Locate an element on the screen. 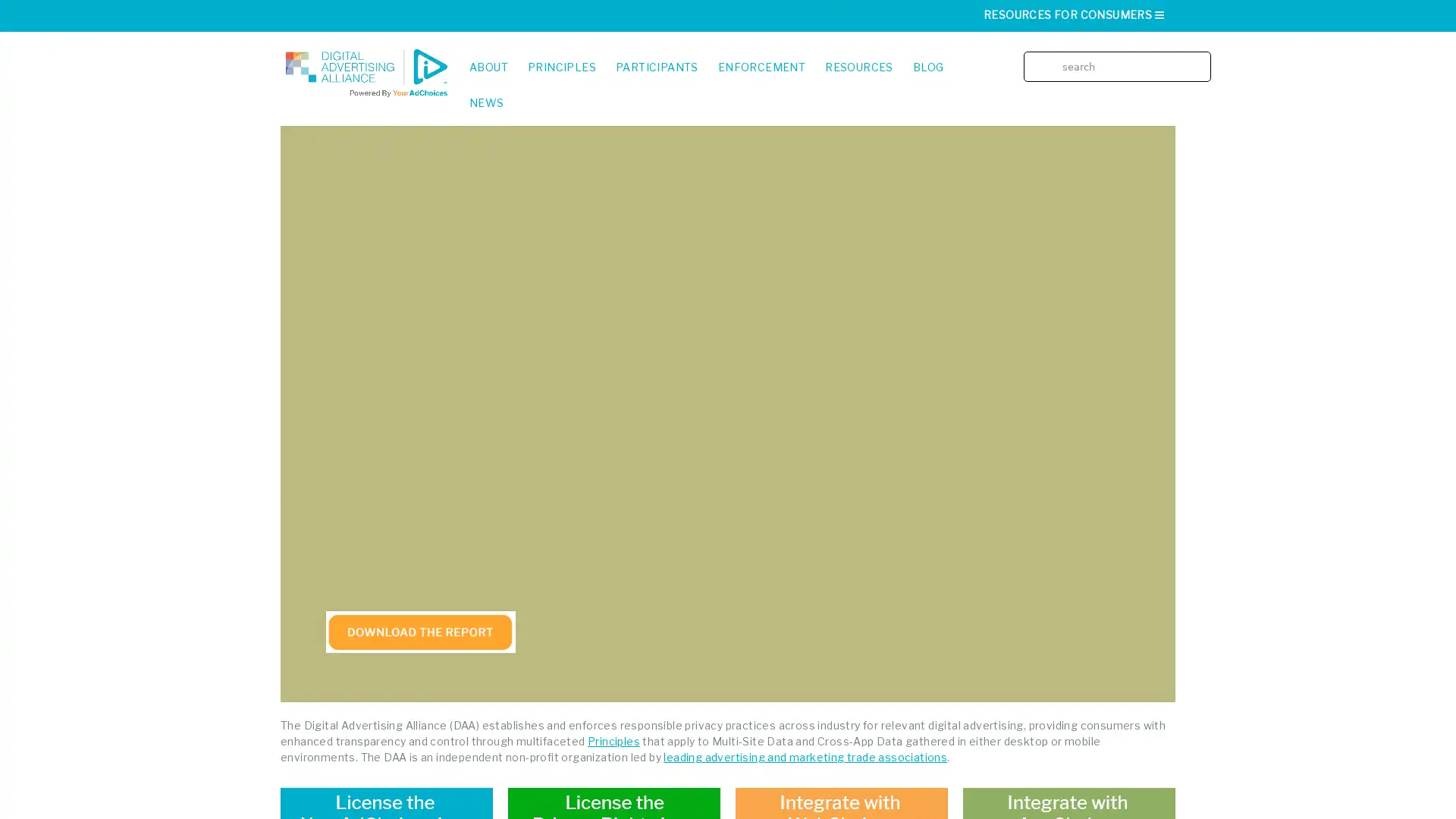  Search is located at coordinates (1204, 55).